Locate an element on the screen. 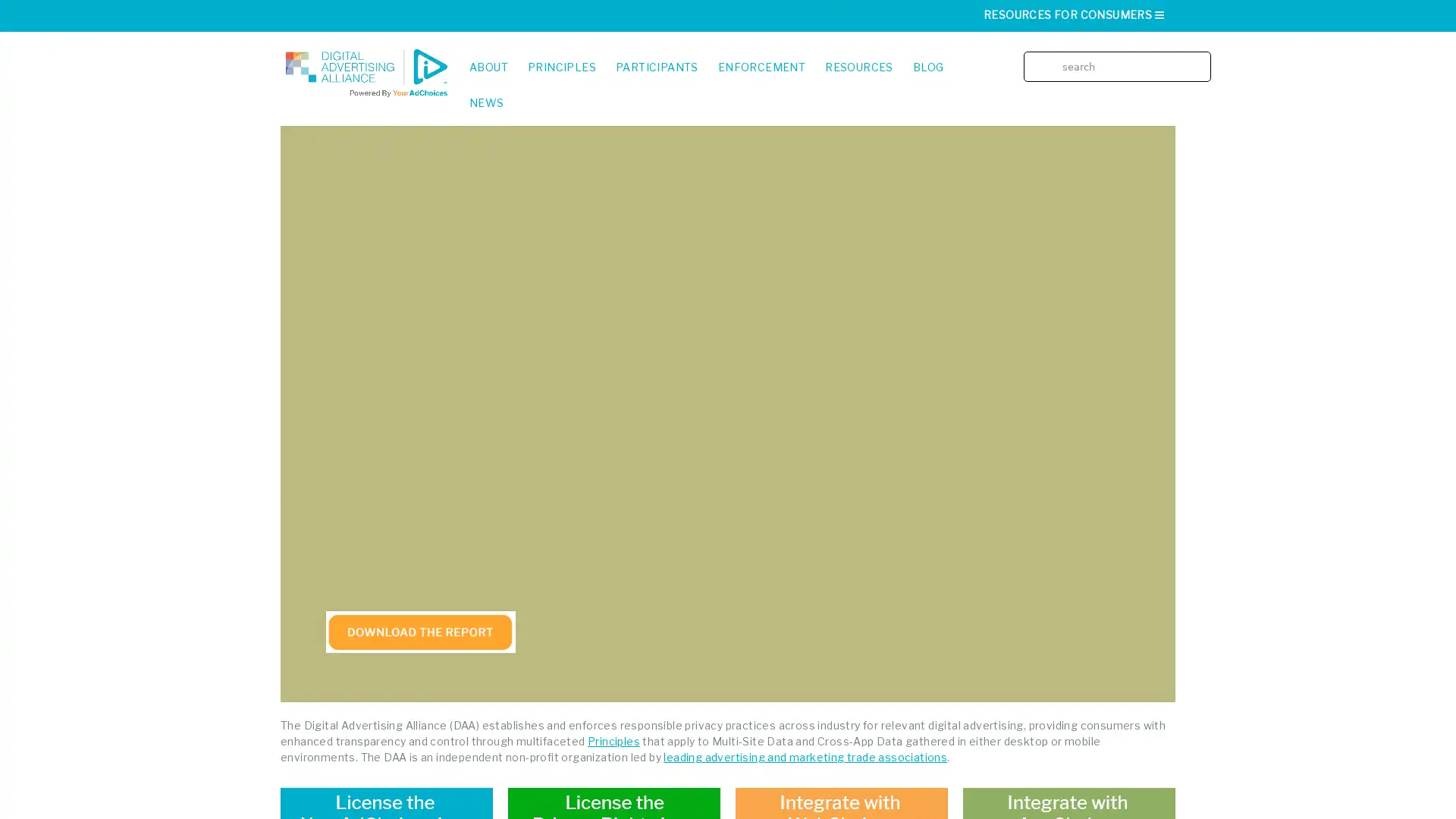  Search is located at coordinates (1204, 55).